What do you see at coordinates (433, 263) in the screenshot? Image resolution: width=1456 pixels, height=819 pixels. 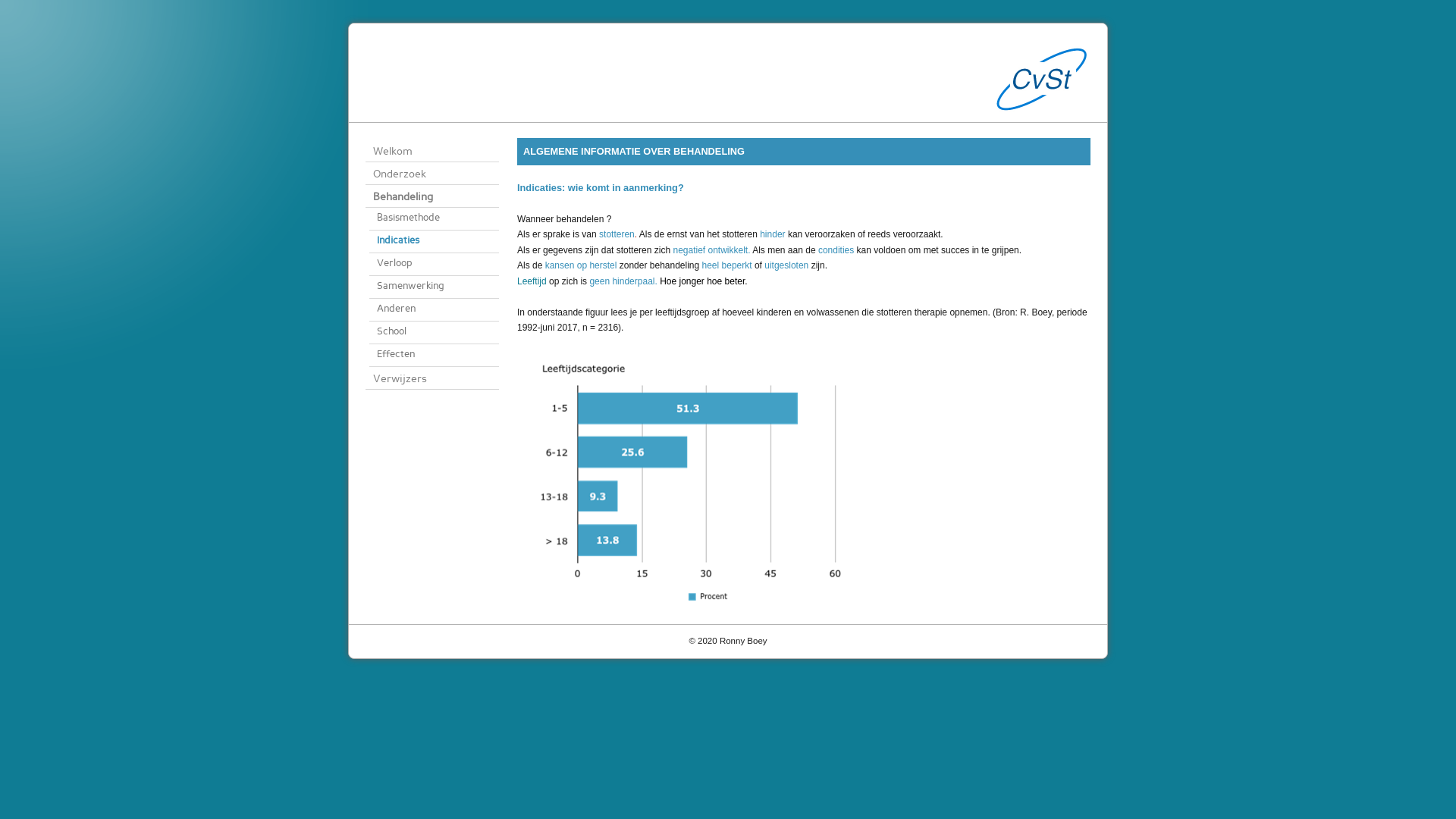 I see `'Verloop'` at bounding box center [433, 263].